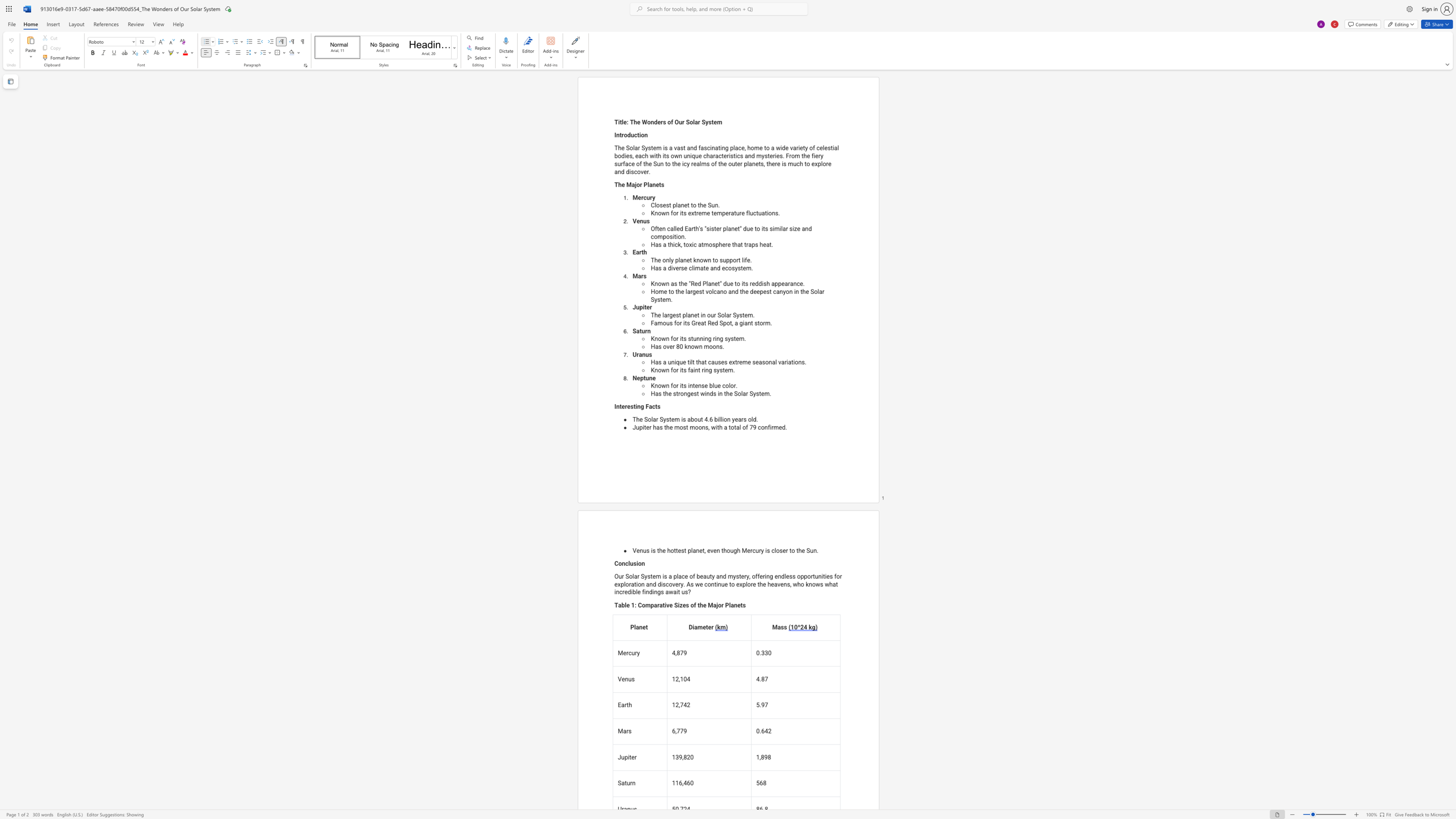 This screenshot has height=819, width=1456. Describe the element at coordinates (674, 419) in the screenshot. I see `the space between the continuous character "e" and "m" in the text` at that location.